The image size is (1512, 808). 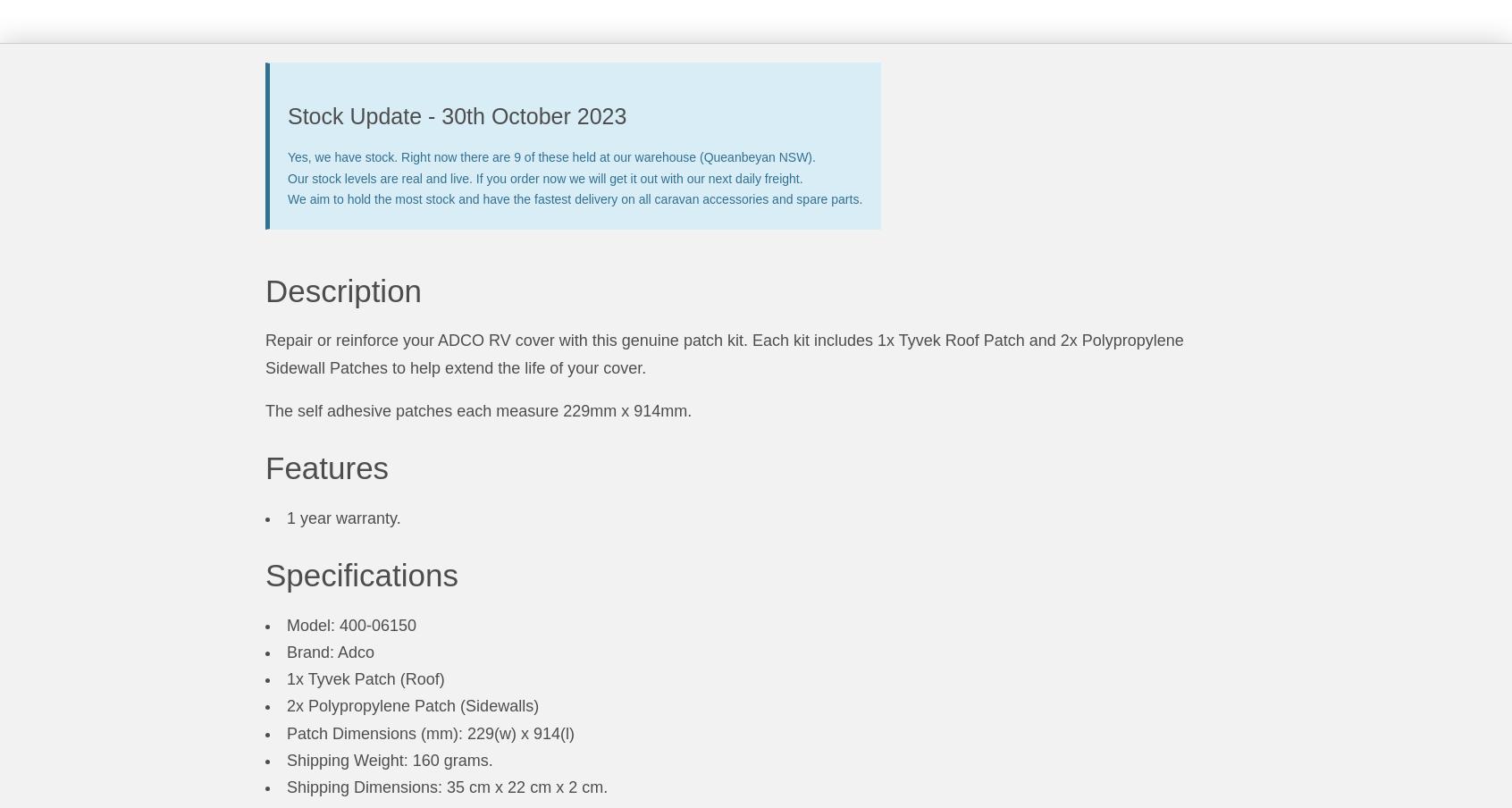 I want to click on 'Model: 400-06150', so click(x=285, y=623).